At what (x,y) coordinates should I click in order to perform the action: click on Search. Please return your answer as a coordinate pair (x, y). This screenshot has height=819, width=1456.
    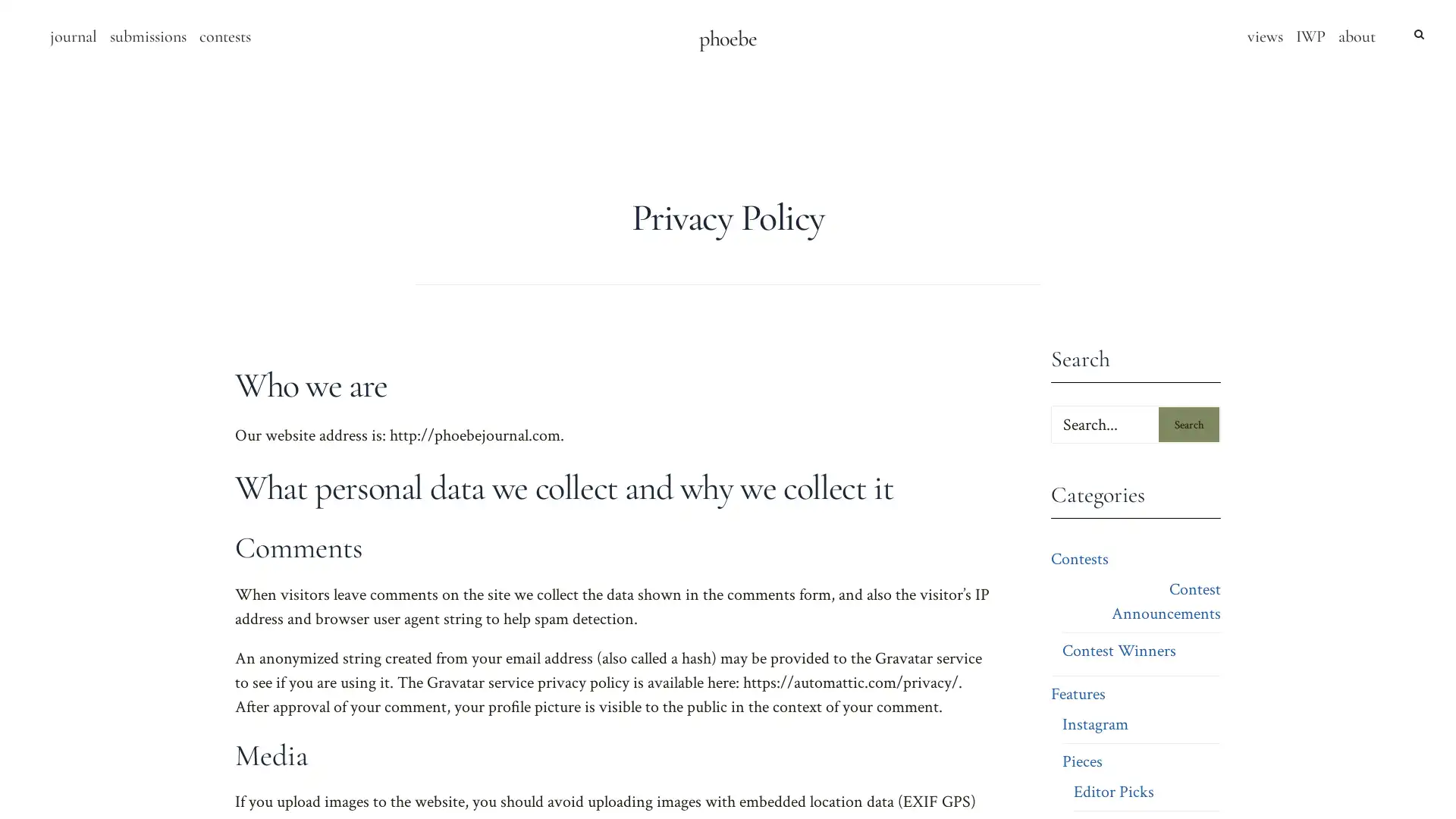
    Looking at the image, I should click on (1188, 424).